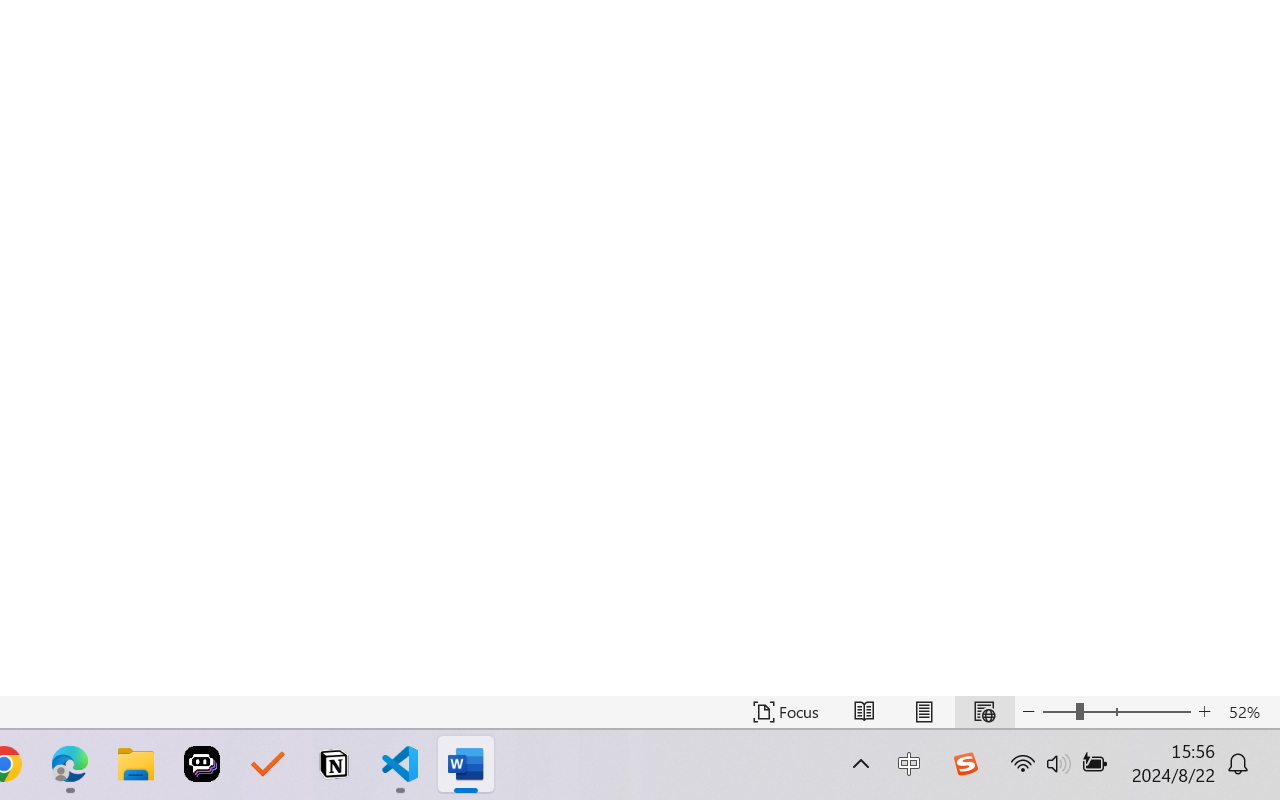 Image resolution: width=1280 pixels, height=800 pixels. Describe the element at coordinates (984, 711) in the screenshot. I see `'Web Layout'` at that location.